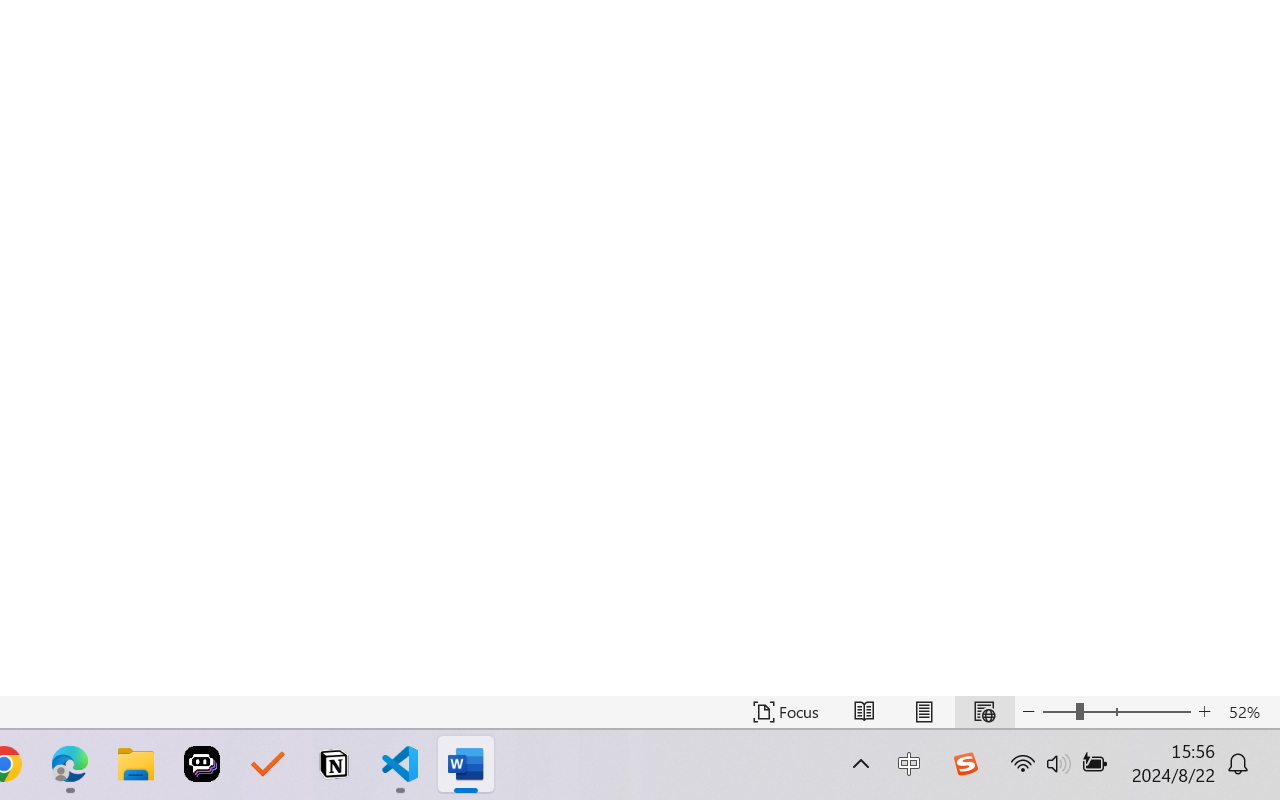 Image resolution: width=1280 pixels, height=800 pixels. Describe the element at coordinates (984, 711) in the screenshot. I see `'Web Layout'` at that location.